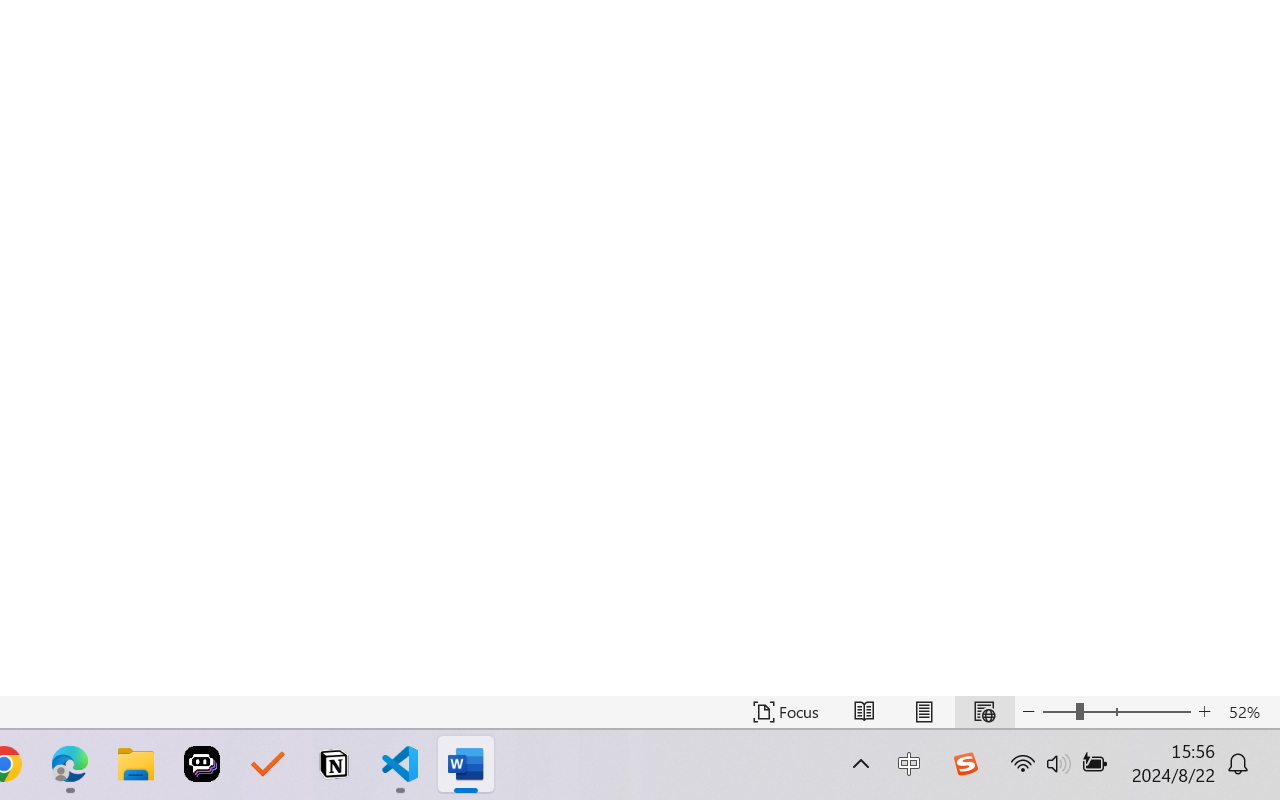 Image resolution: width=1280 pixels, height=800 pixels. Describe the element at coordinates (984, 711) in the screenshot. I see `'Web Layout'` at that location.